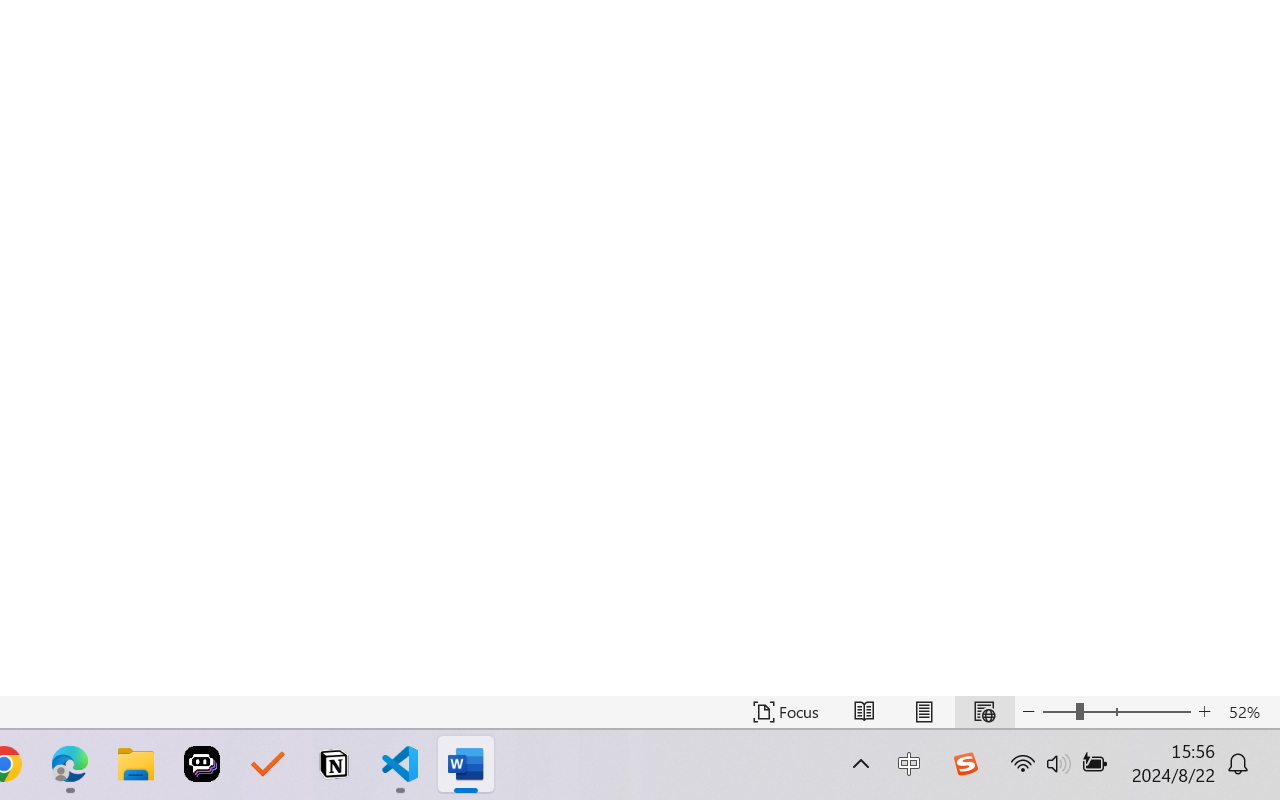 Image resolution: width=1280 pixels, height=800 pixels. Describe the element at coordinates (984, 711) in the screenshot. I see `'Web Layout'` at that location.